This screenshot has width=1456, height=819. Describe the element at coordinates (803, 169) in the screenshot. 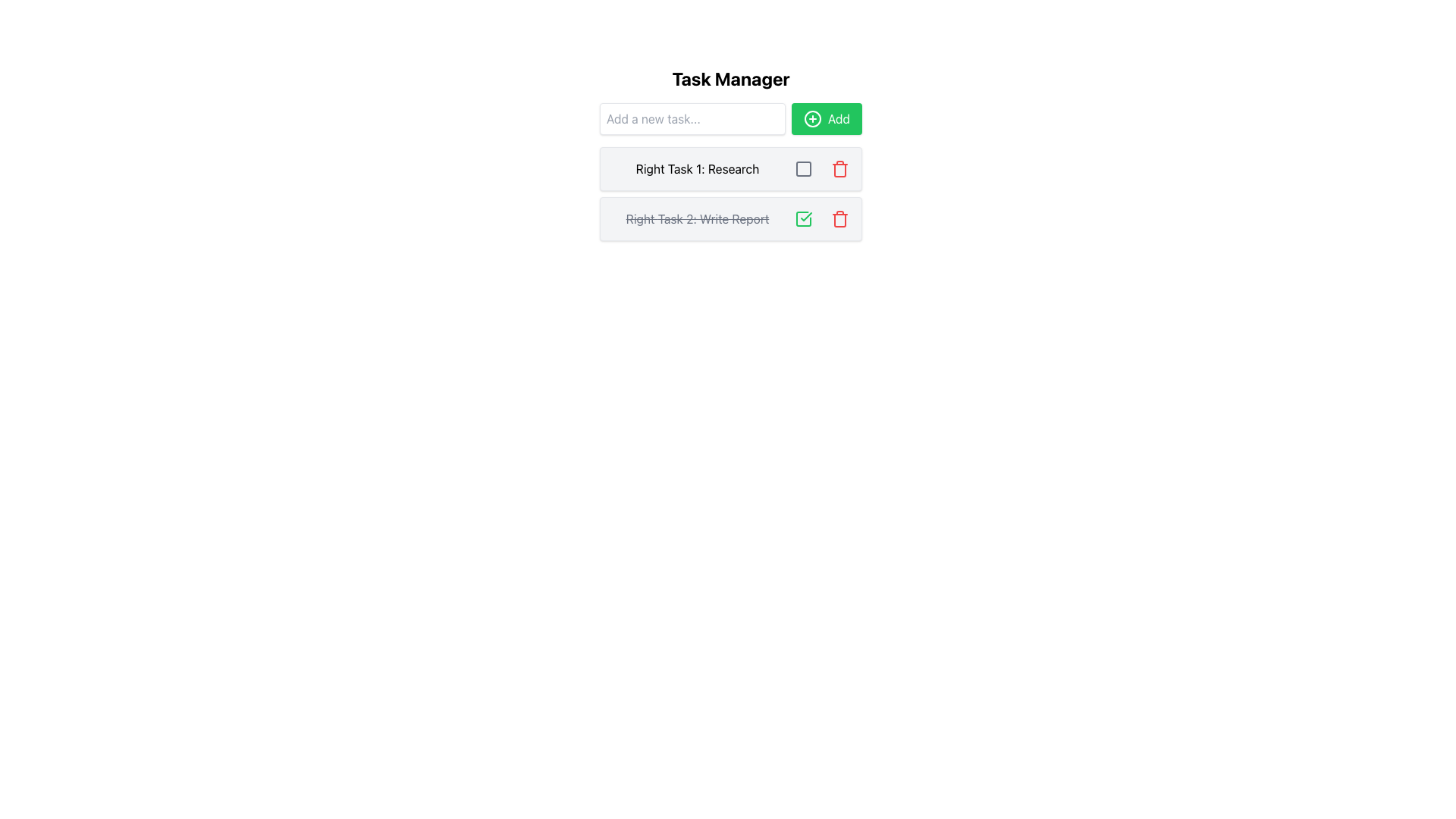

I see `the third icon in the row of task options to the right of 'Right Task 1: Research'` at that location.